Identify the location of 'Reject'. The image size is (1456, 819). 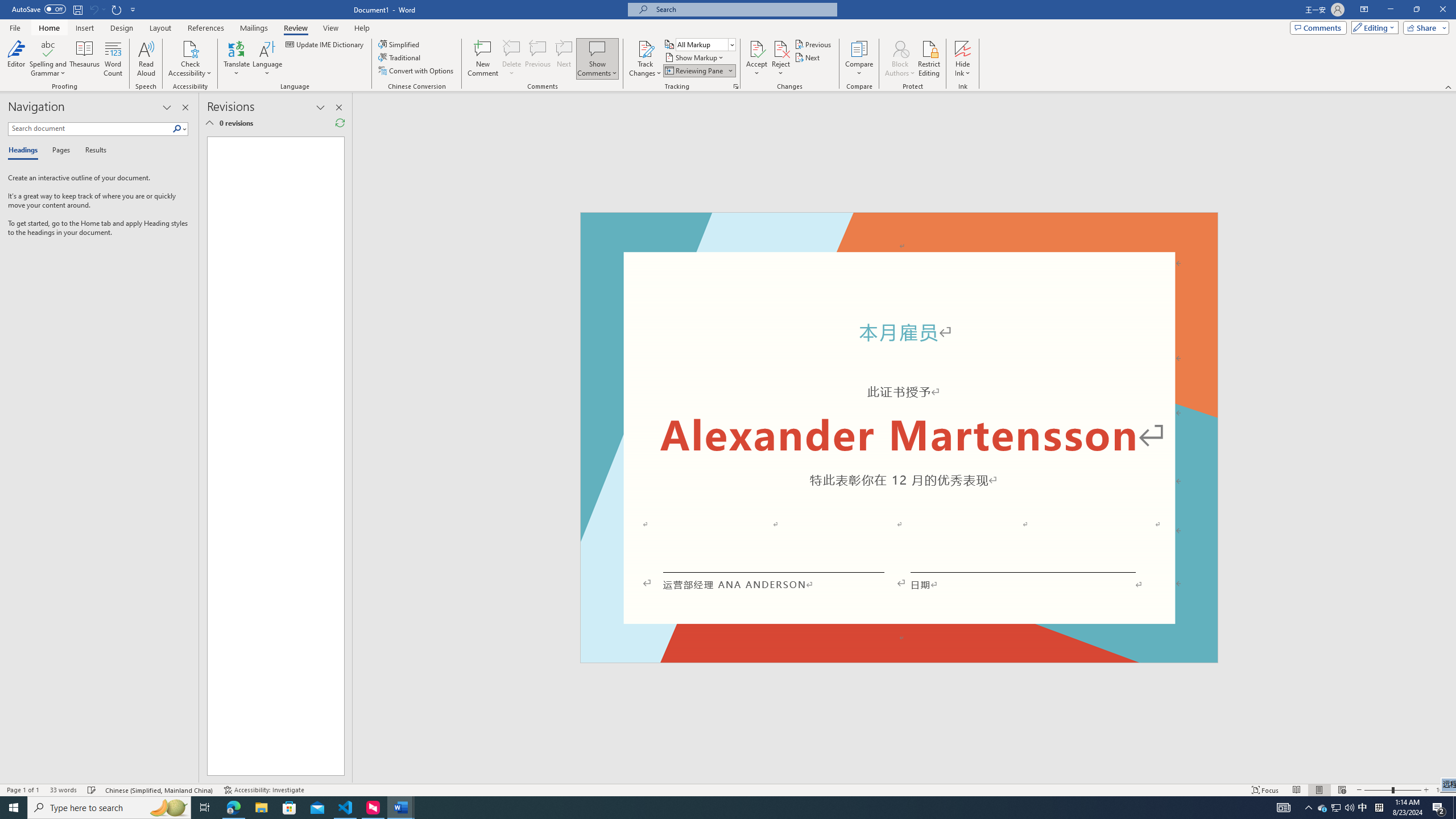
(781, 59).